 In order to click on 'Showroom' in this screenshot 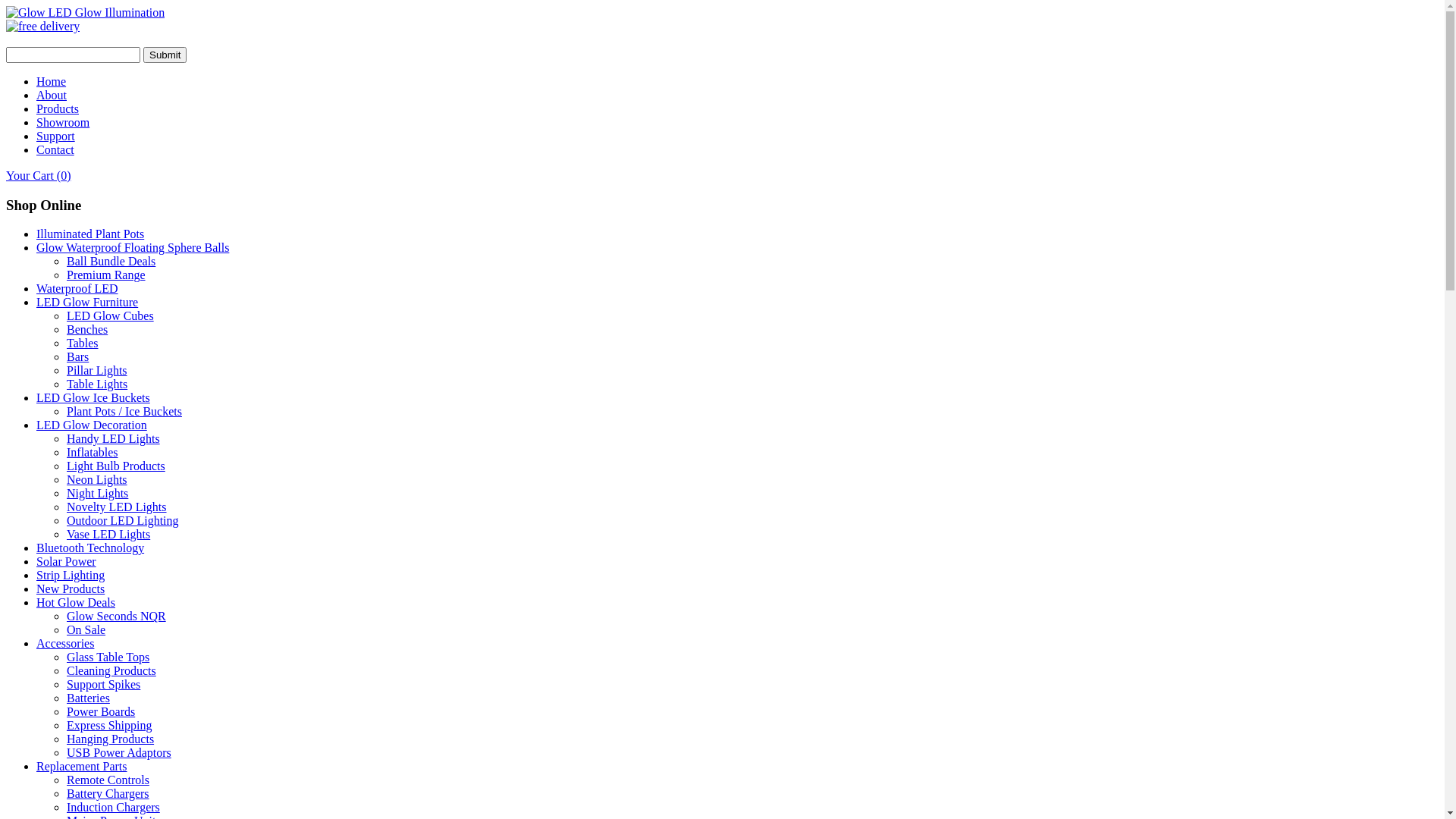, I will do `click(36, 121)`.